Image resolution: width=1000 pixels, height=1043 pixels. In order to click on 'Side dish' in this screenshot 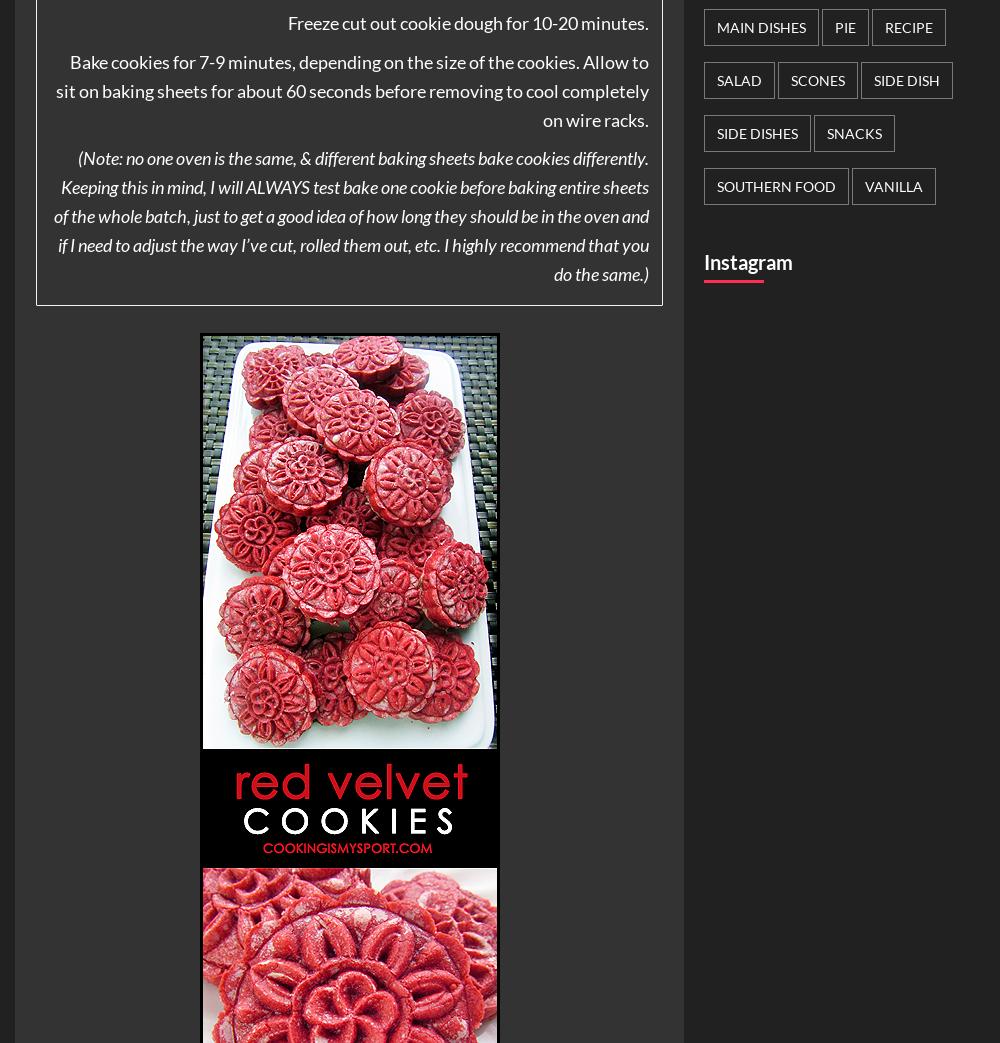, I will do `click(907, 79)`.